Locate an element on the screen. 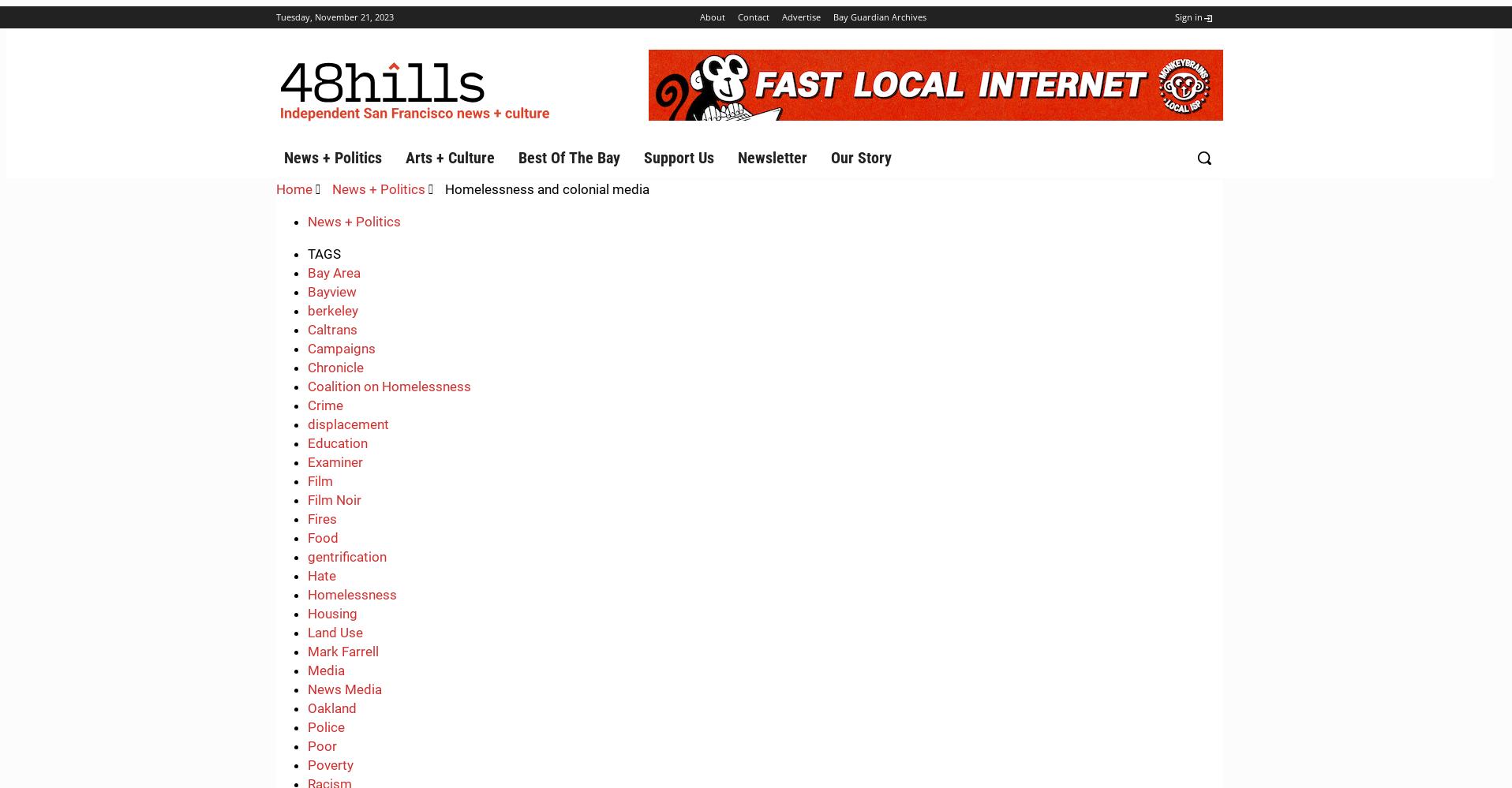 Image resolution: width=1512 pixels, height=788 pixels. 'Crime' is located at coordinates (325, 404).